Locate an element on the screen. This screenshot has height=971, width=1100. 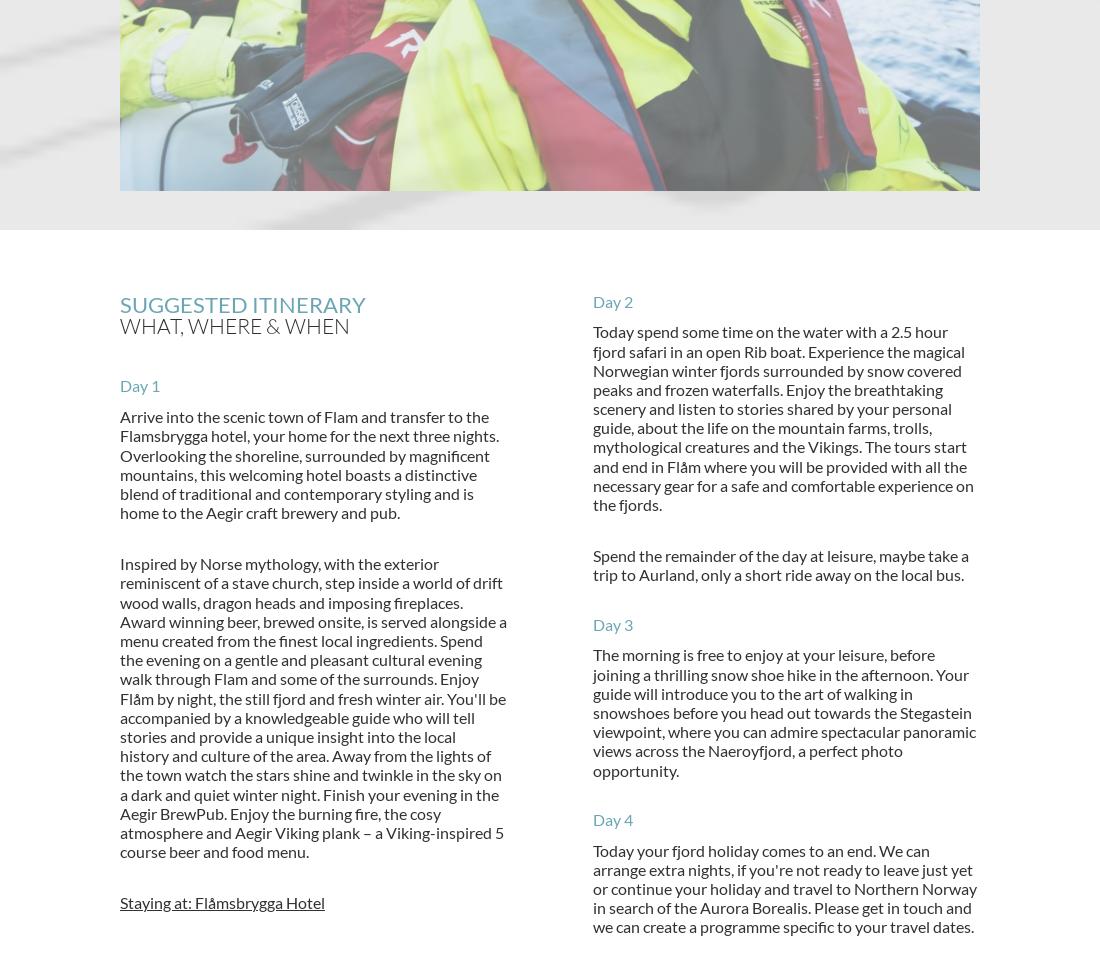
'Day 4' is located at coordinates (592, 817).